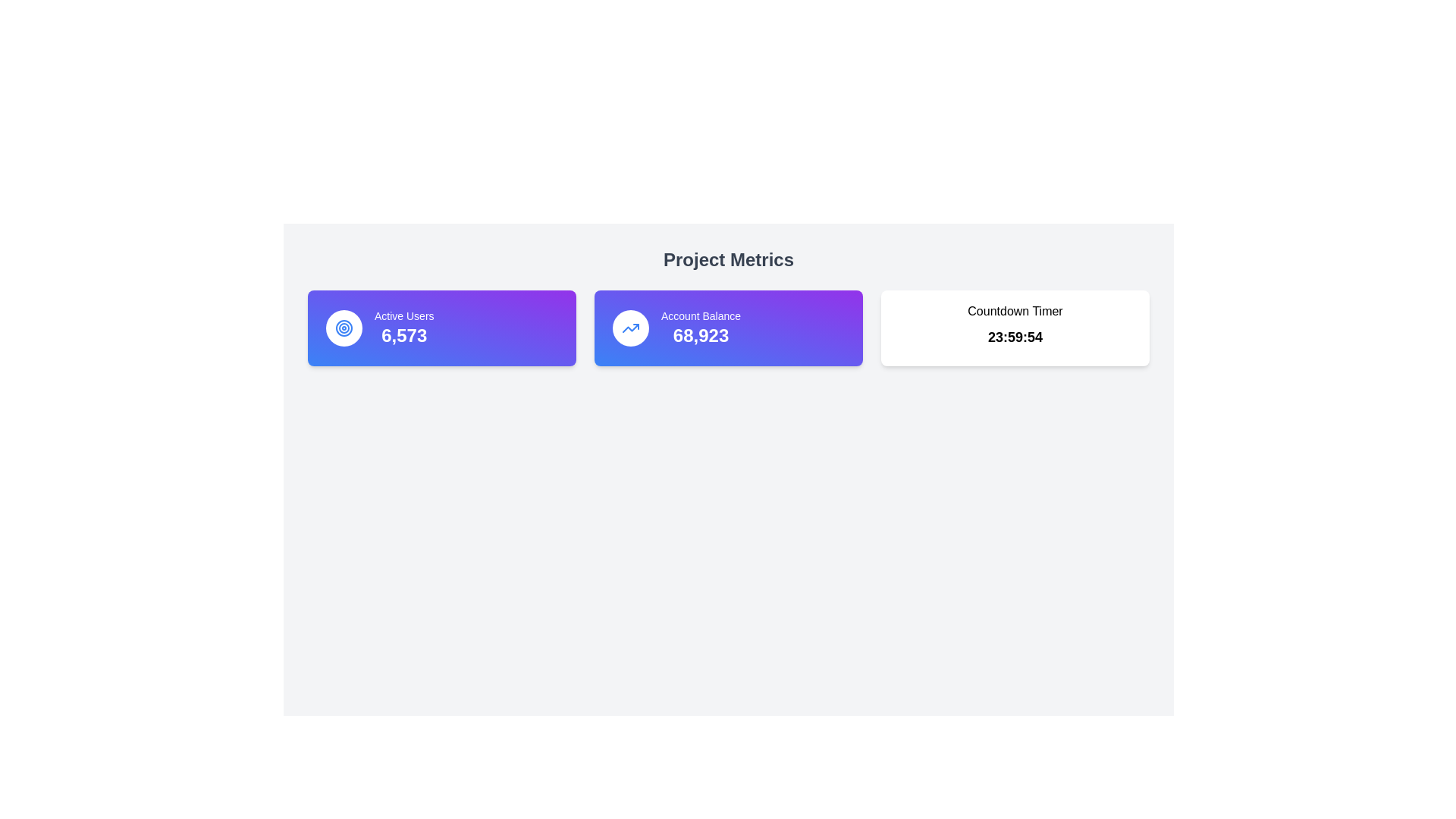  What do you see at coordinates (404, 335) in the screenshot?
I see `the text label displaying the numerical value '6,573', which is positioned below the label 'Active Users' in a large, bold font on a gradient blue-purple background` at bounding box center [404, 335].